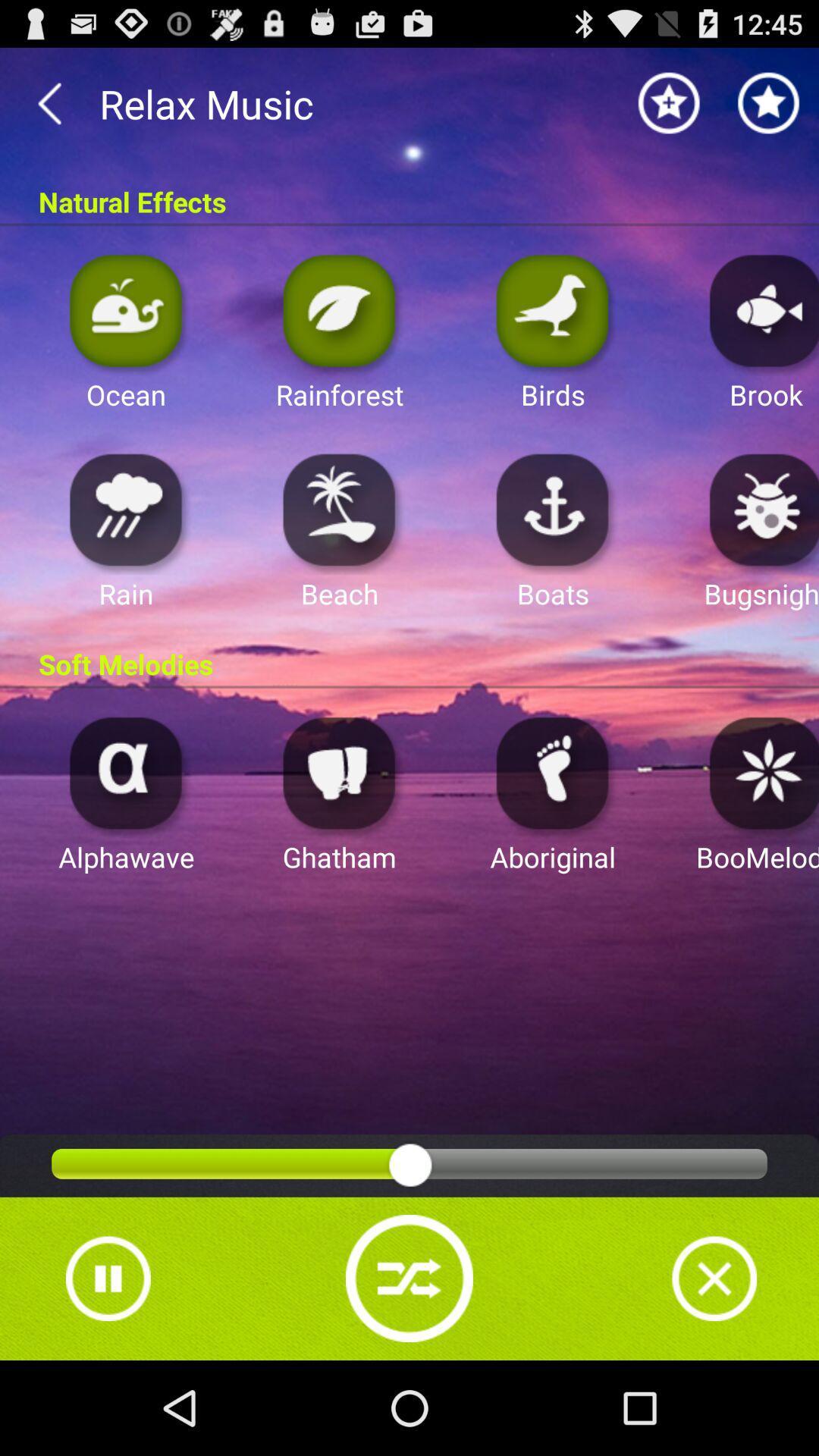 The width and height of the screenshot is (819, 1456). Describe the element at coordinates (125, 509) in the screenshot. I see `starts rain background noise` at that location.